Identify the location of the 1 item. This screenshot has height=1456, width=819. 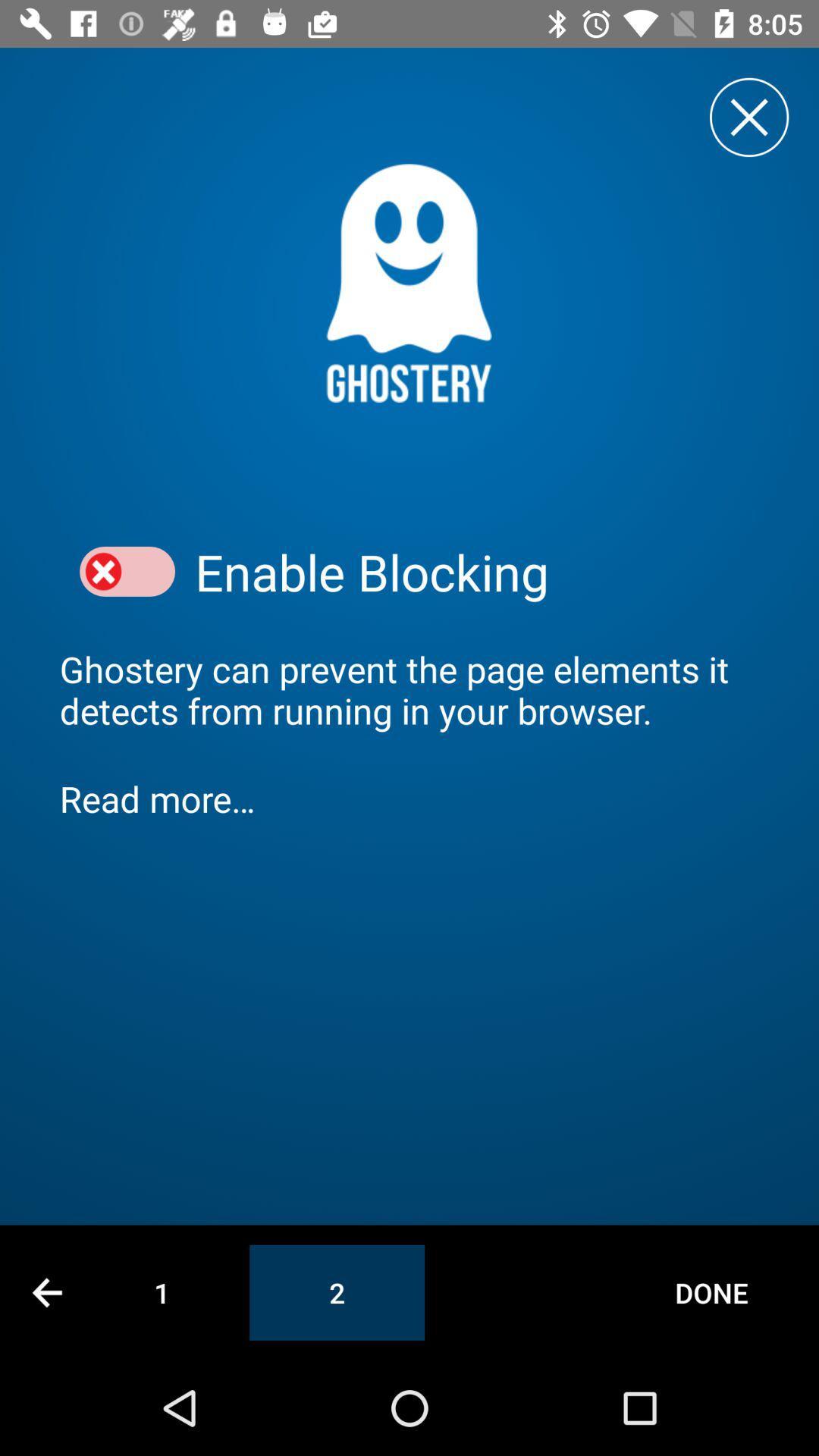
(162, 1291).